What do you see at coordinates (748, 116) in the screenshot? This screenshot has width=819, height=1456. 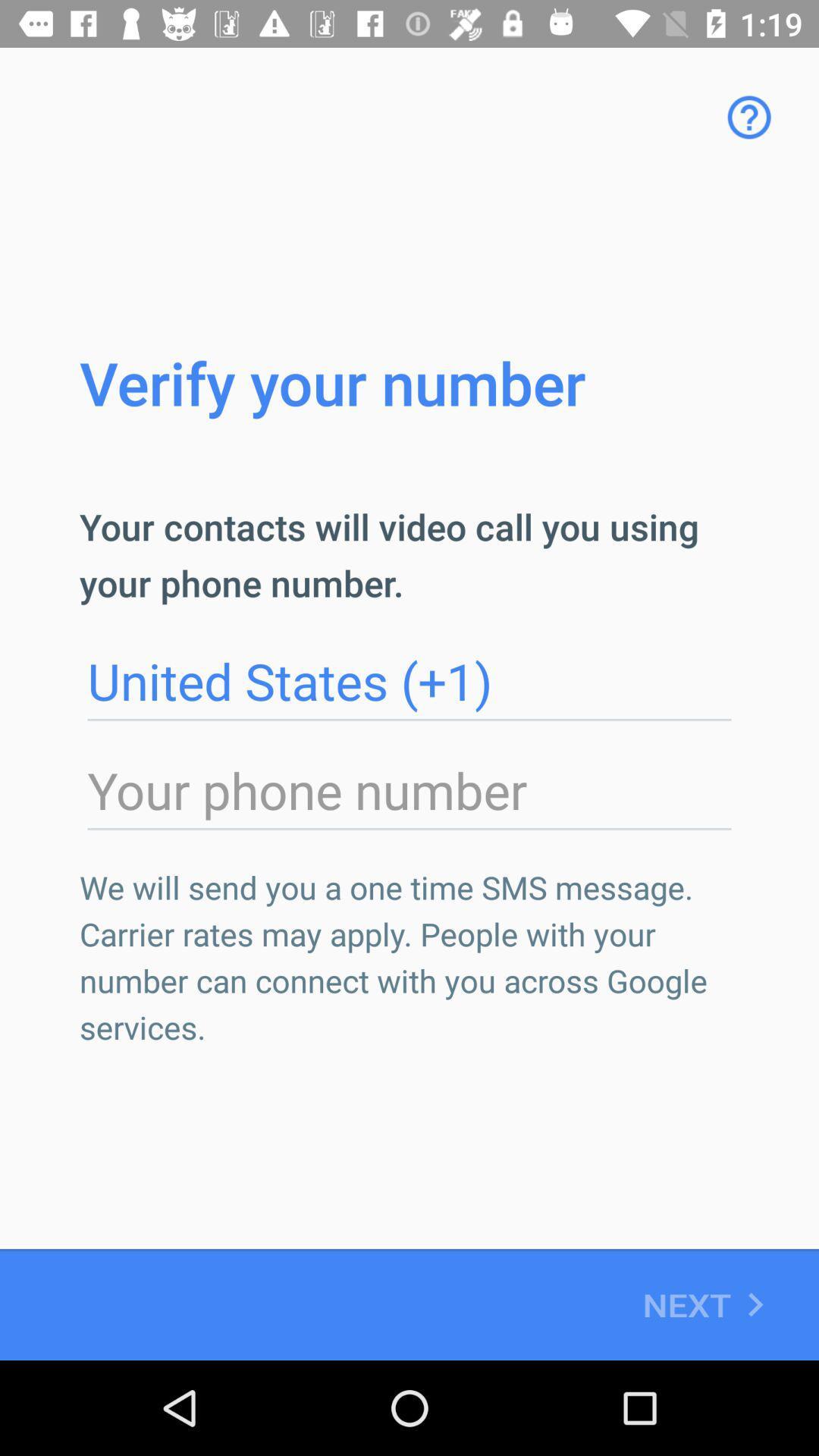 I see `the help icon` at bounding box center [748, 116].